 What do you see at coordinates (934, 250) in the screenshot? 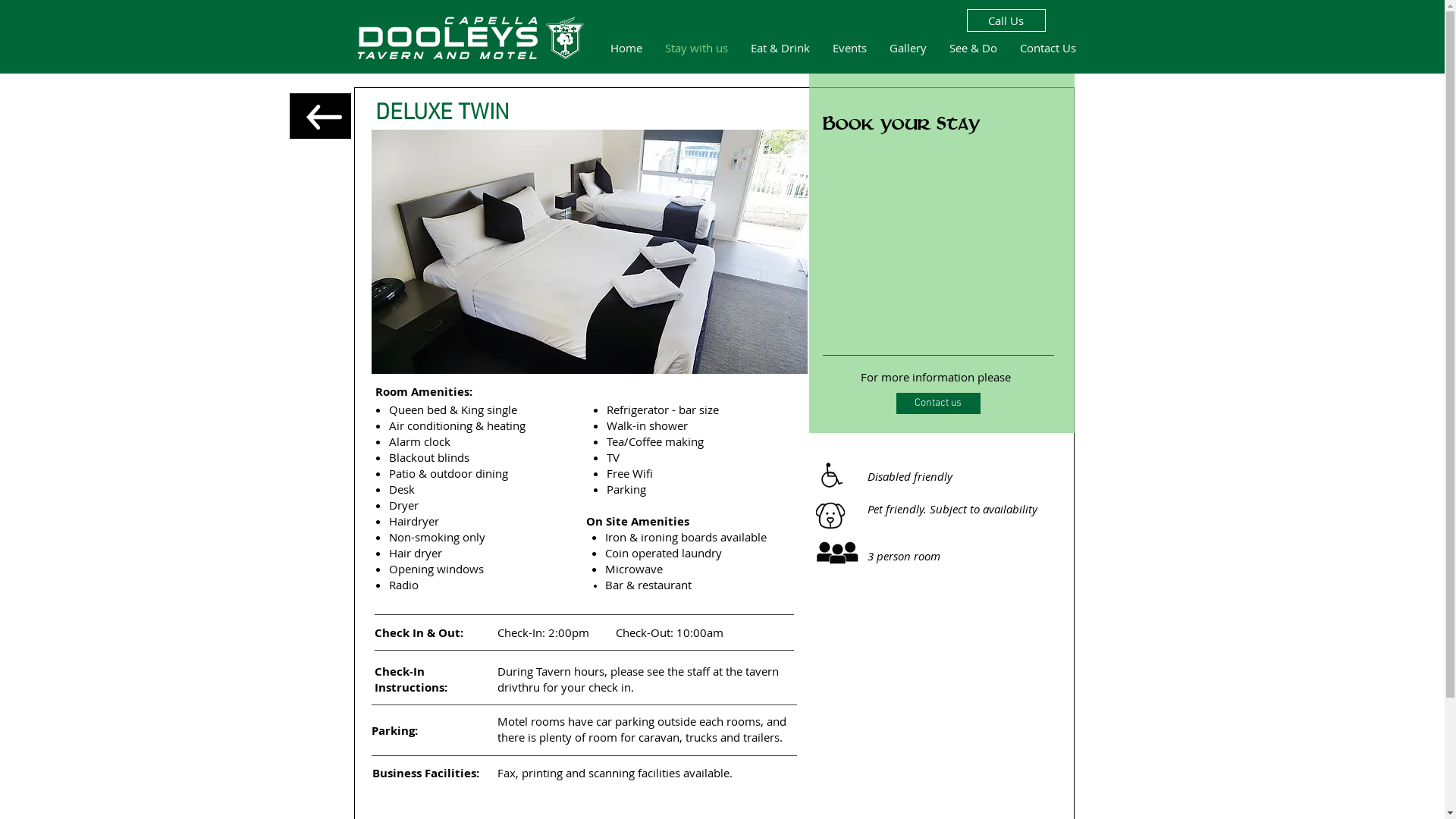
I see `'Embedded Content'` at bounding box center [934, 250].